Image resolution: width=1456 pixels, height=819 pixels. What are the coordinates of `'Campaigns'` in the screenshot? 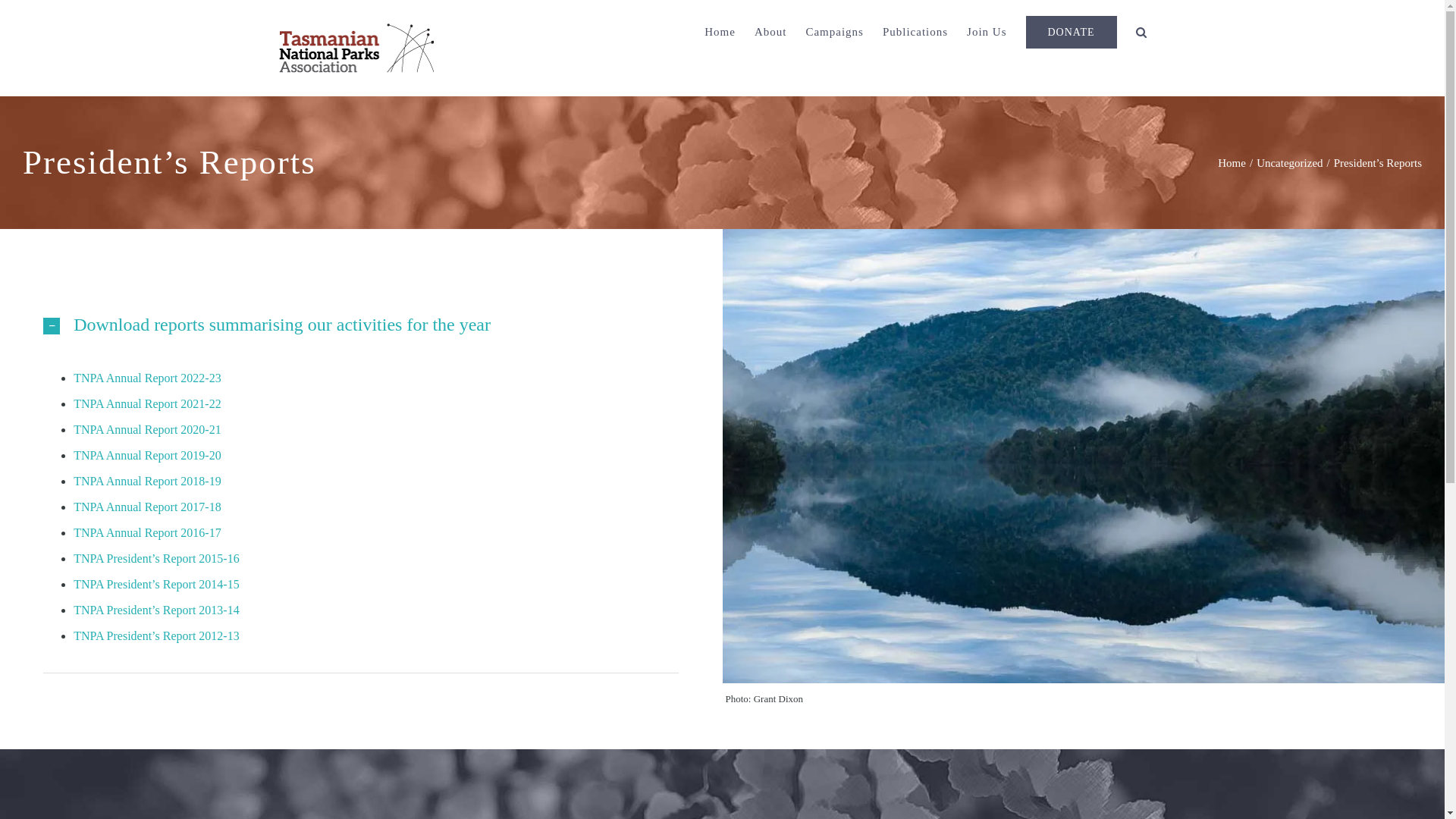 It's located at (833, 32).